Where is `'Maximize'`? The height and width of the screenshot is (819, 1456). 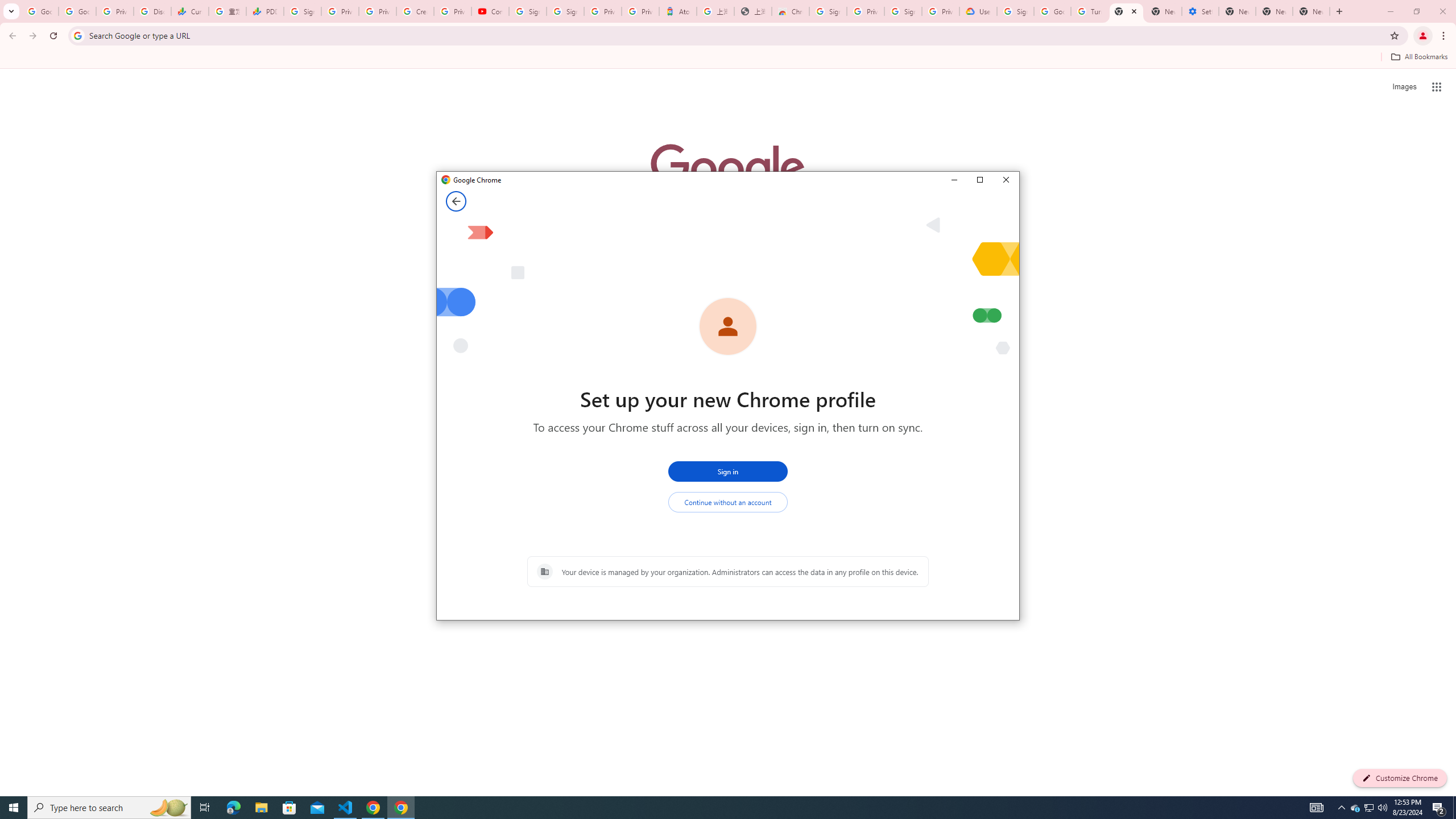
'Maximize' is located at coordinates (979, 180).